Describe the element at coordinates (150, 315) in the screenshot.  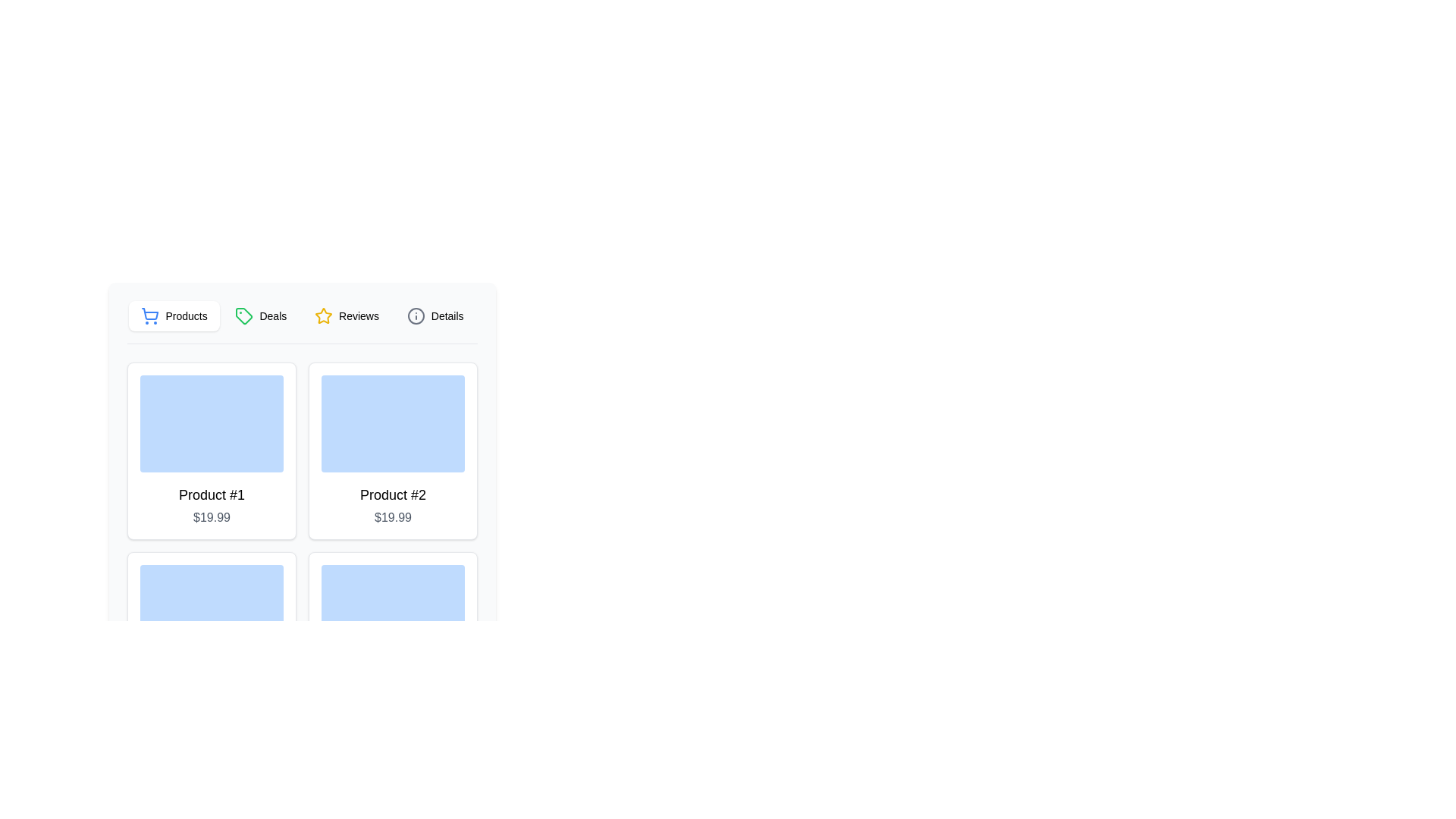
I see `the shopping icon located on the left side of the navigation bar, directly adjacent to the 'Products' label, for identification purposes` at that location.